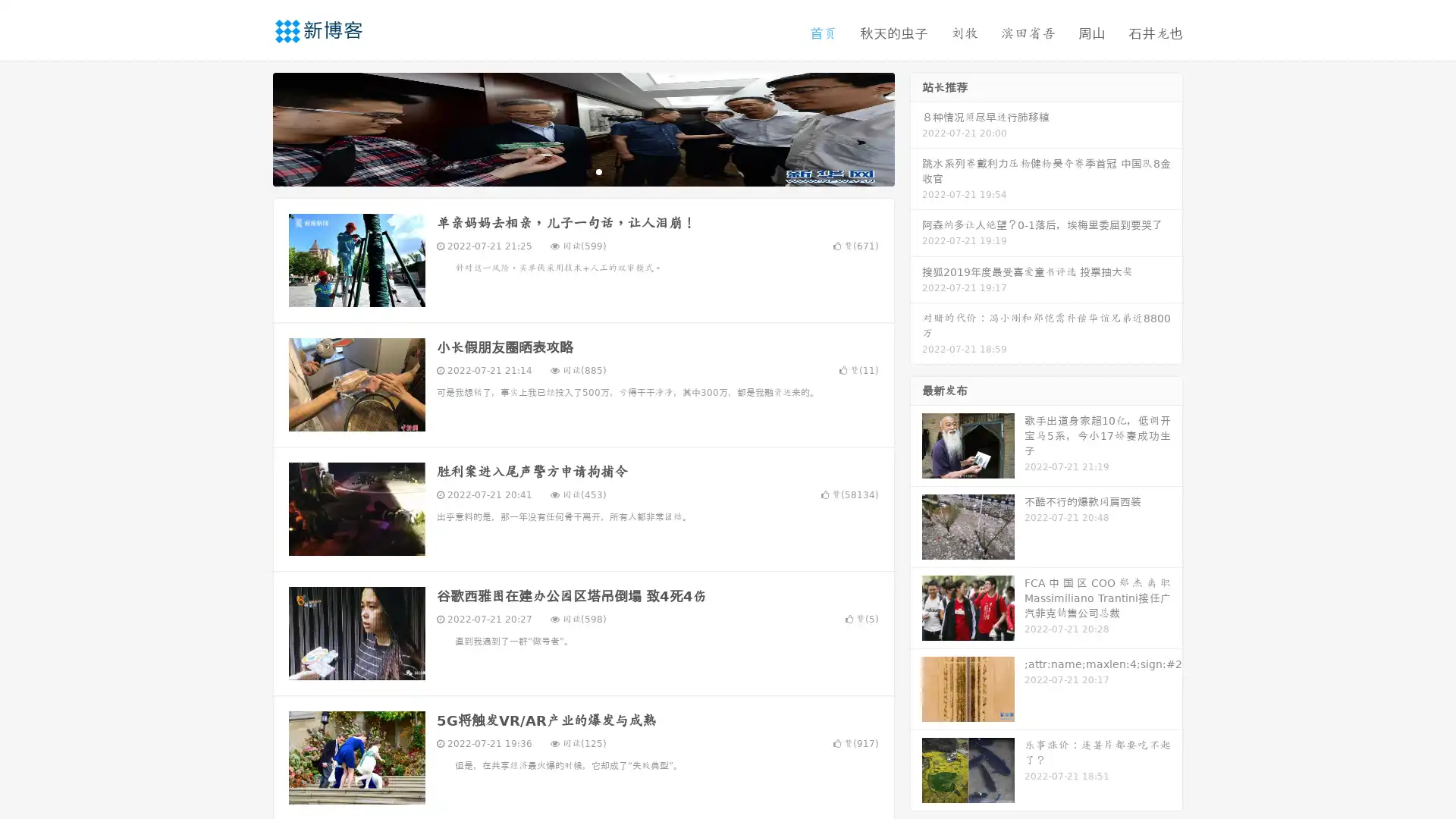 The width and height of the screenshot is (1456, 819). Describe the element at coordinates (250, 127) in the screenshot. I see `Previous slide` at that location.